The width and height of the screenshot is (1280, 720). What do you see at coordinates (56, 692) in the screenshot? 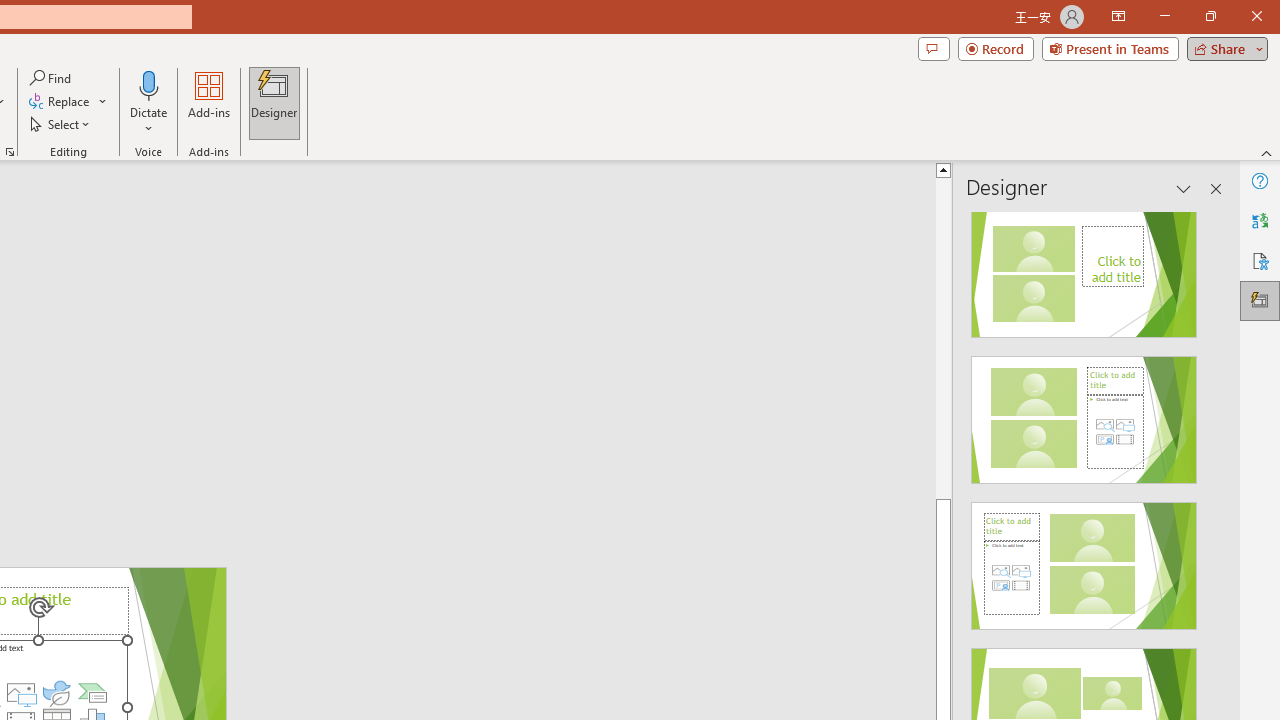
I see `'Insert an Icon'` at bounding box center [56, 692].